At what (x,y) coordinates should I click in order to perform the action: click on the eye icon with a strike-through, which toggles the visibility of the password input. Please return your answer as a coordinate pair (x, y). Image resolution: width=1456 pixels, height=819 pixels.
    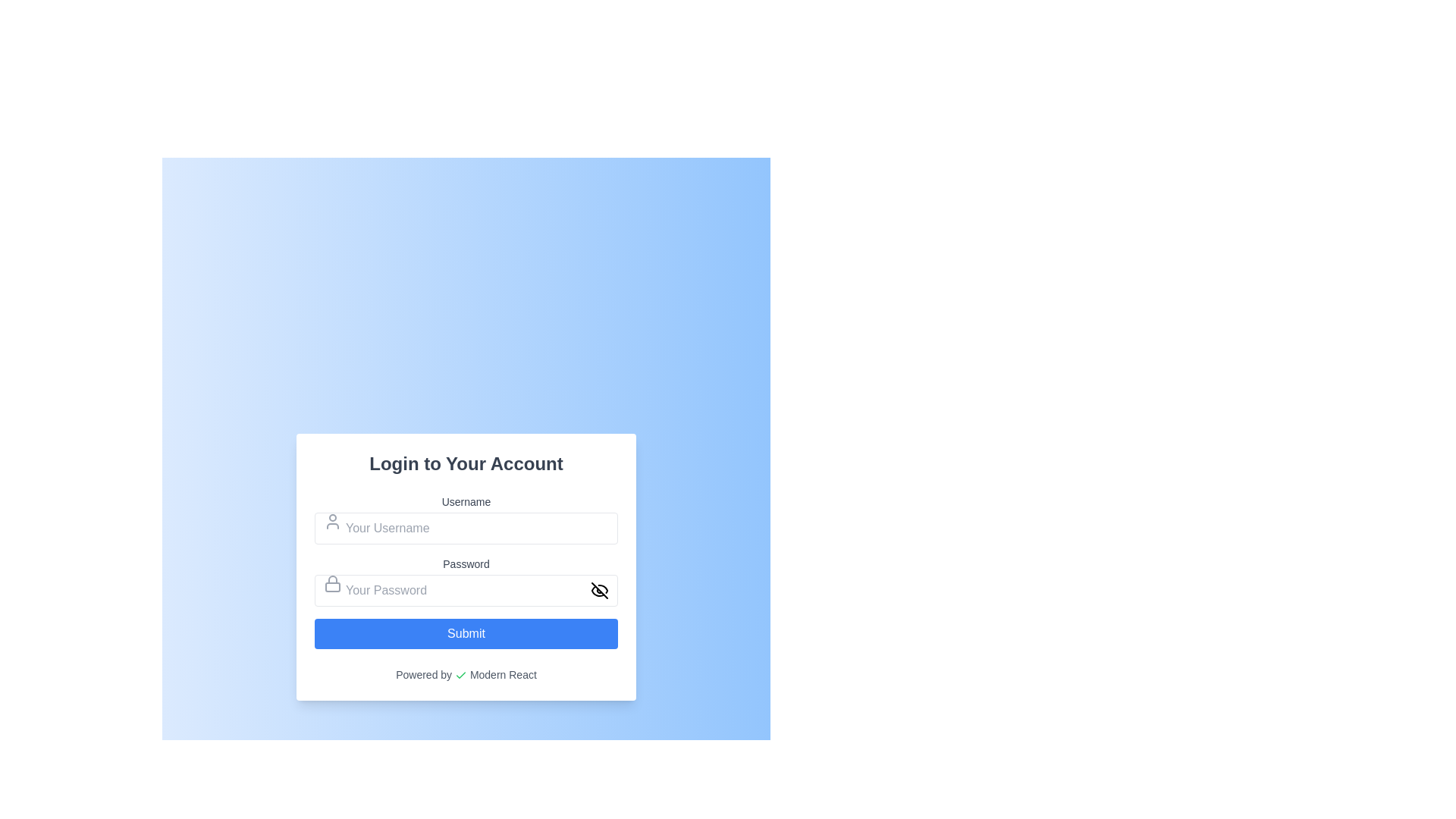
    Looking at the image, I should click on (599, 590).